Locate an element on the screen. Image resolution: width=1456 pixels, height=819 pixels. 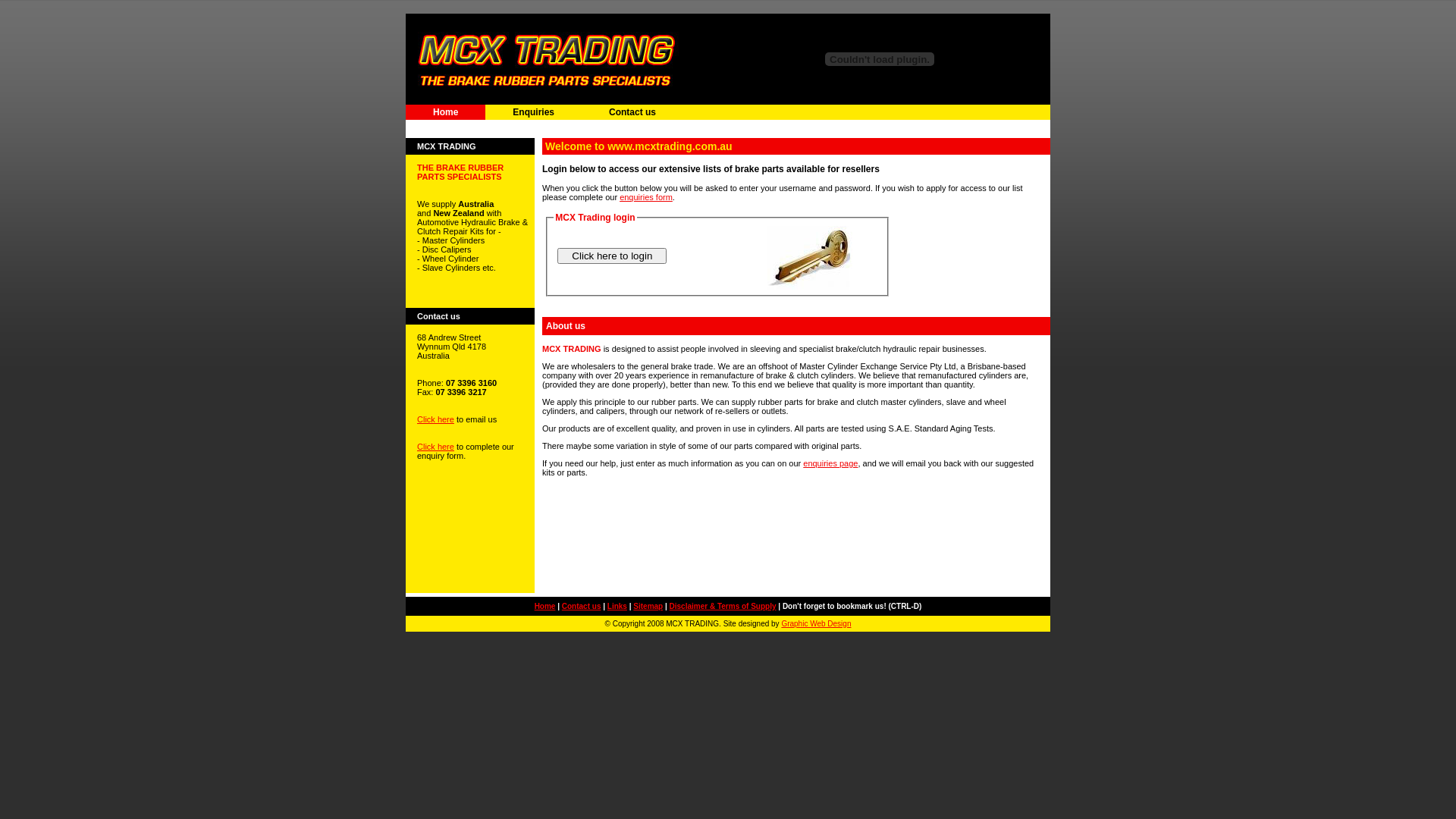
'Click here' is located at coordinates (435, 419).